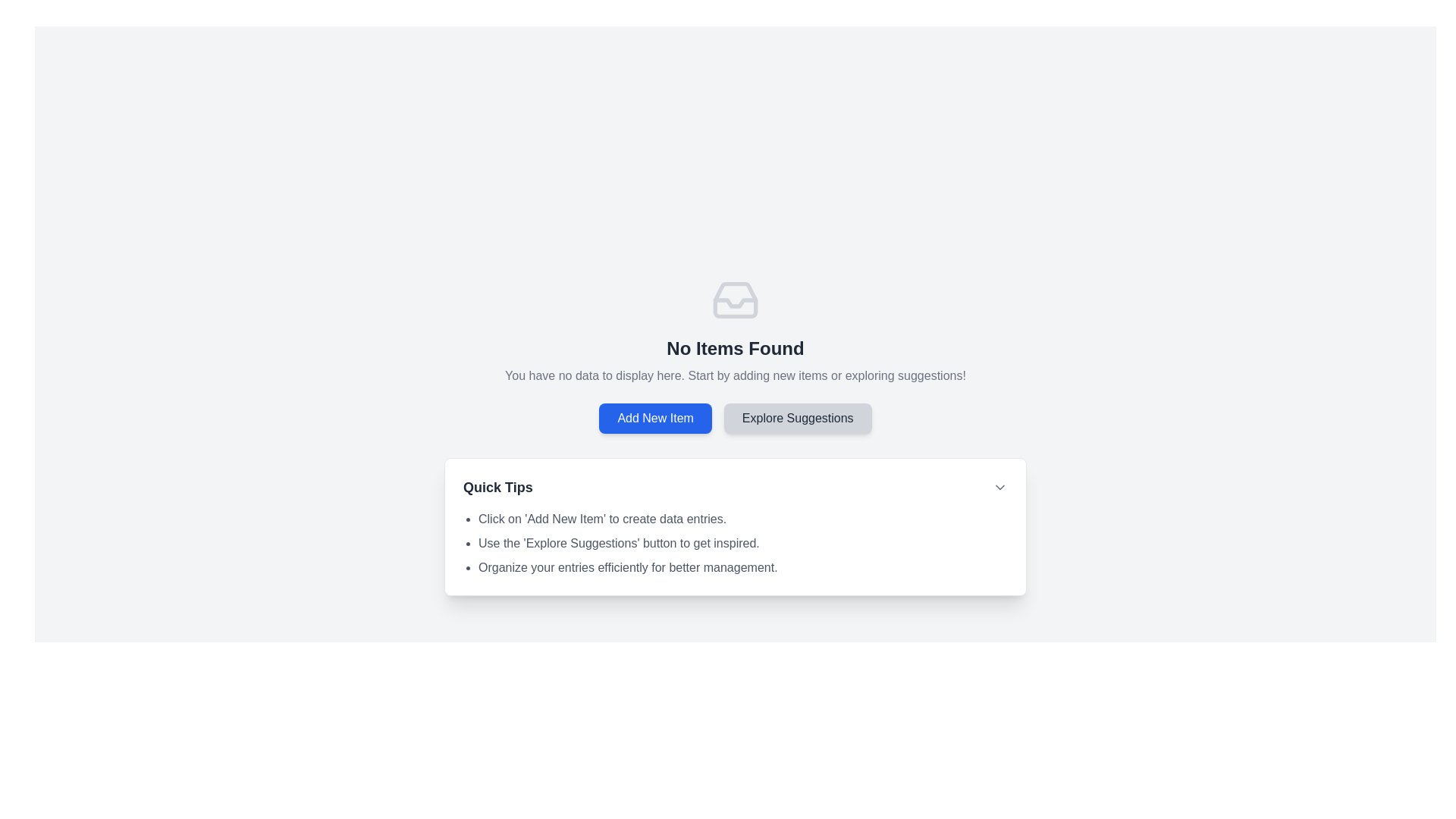 This screenshot has width=1456, height=819. I want to click on the textual instruction that reads 'Click on 'Add New Item' to create data entries.' which is the first item in the bullet-point list under the 'Quick Tips' section, so click(742, 519).